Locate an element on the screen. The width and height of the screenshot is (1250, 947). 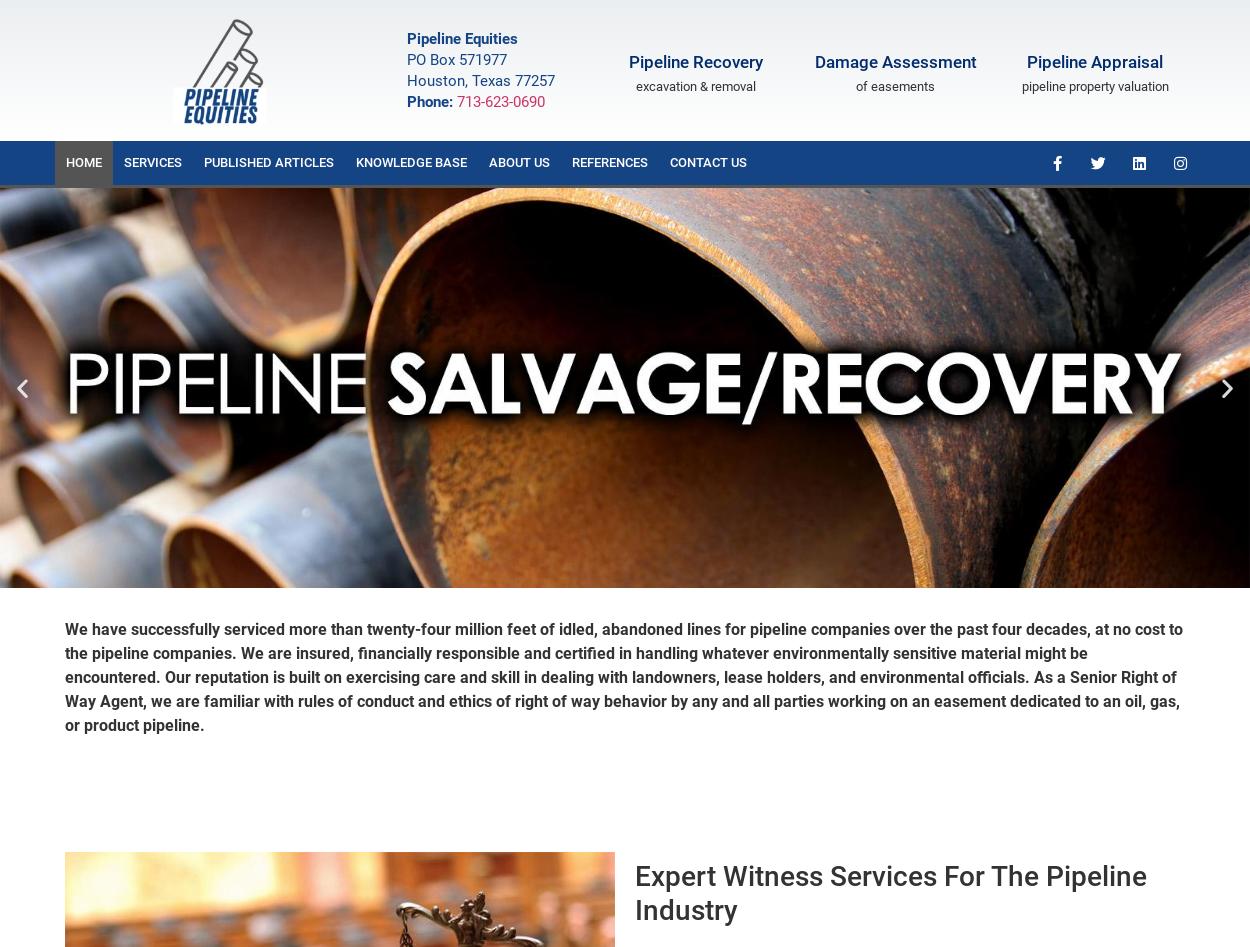
'Damage Assessment' is located at coordinates (895, 62).